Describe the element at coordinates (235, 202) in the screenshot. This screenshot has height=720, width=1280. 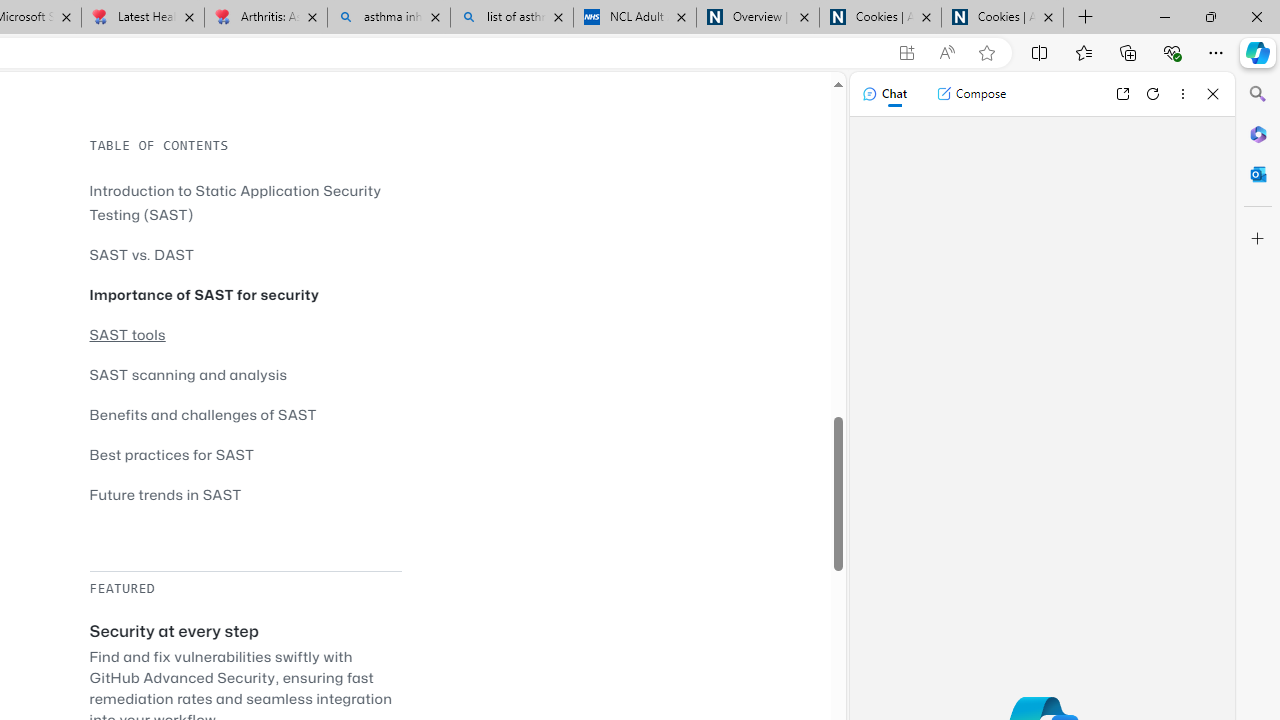
I see `'Introduction to Static Application Security Testing (SAST)'` at that location.